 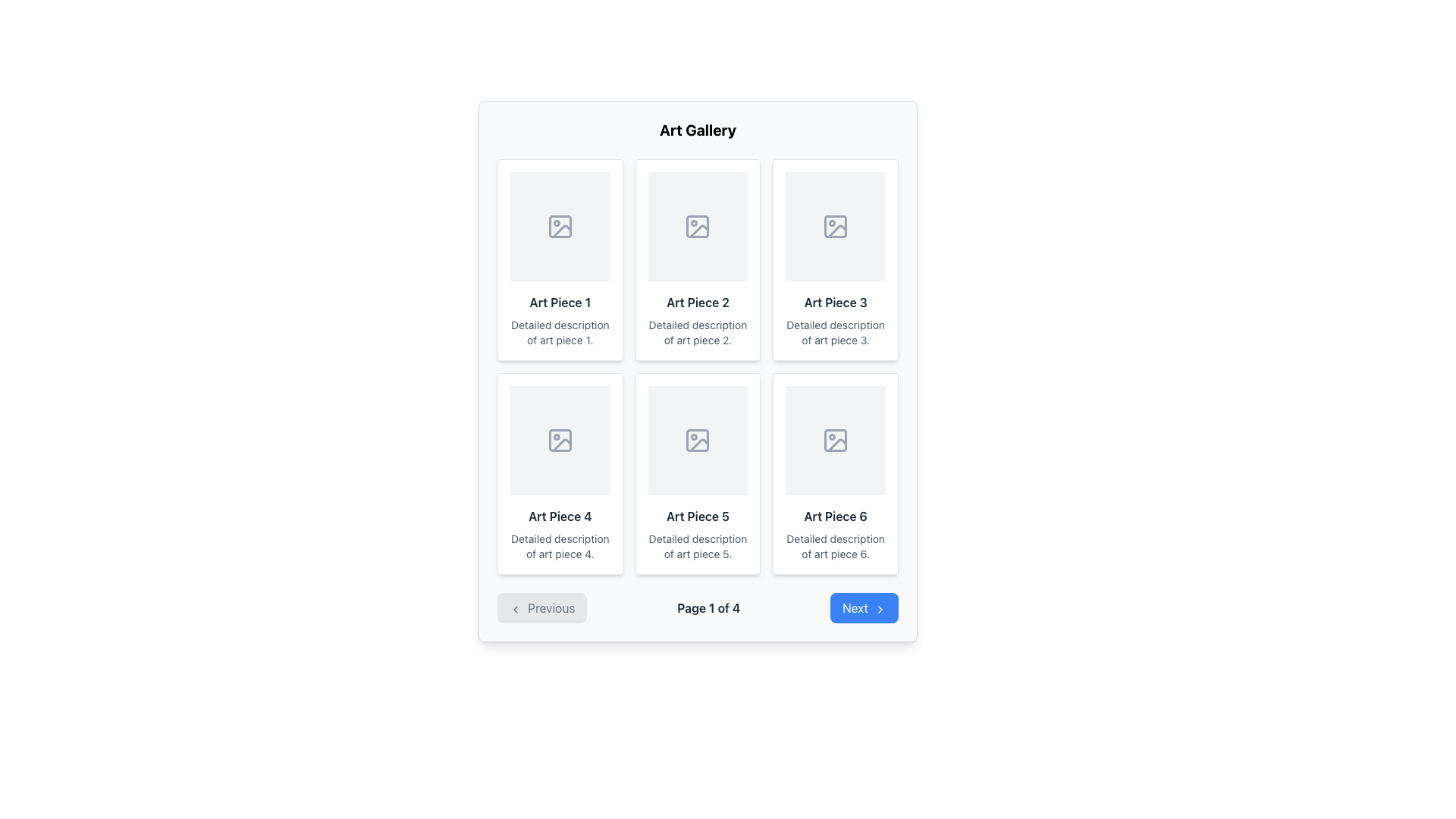 I want to click on the text label displaying 'Art Piece 5', which is positioned as the title for its associated gallery card in a 3x2 grid layout, so click(x=697, y=516).